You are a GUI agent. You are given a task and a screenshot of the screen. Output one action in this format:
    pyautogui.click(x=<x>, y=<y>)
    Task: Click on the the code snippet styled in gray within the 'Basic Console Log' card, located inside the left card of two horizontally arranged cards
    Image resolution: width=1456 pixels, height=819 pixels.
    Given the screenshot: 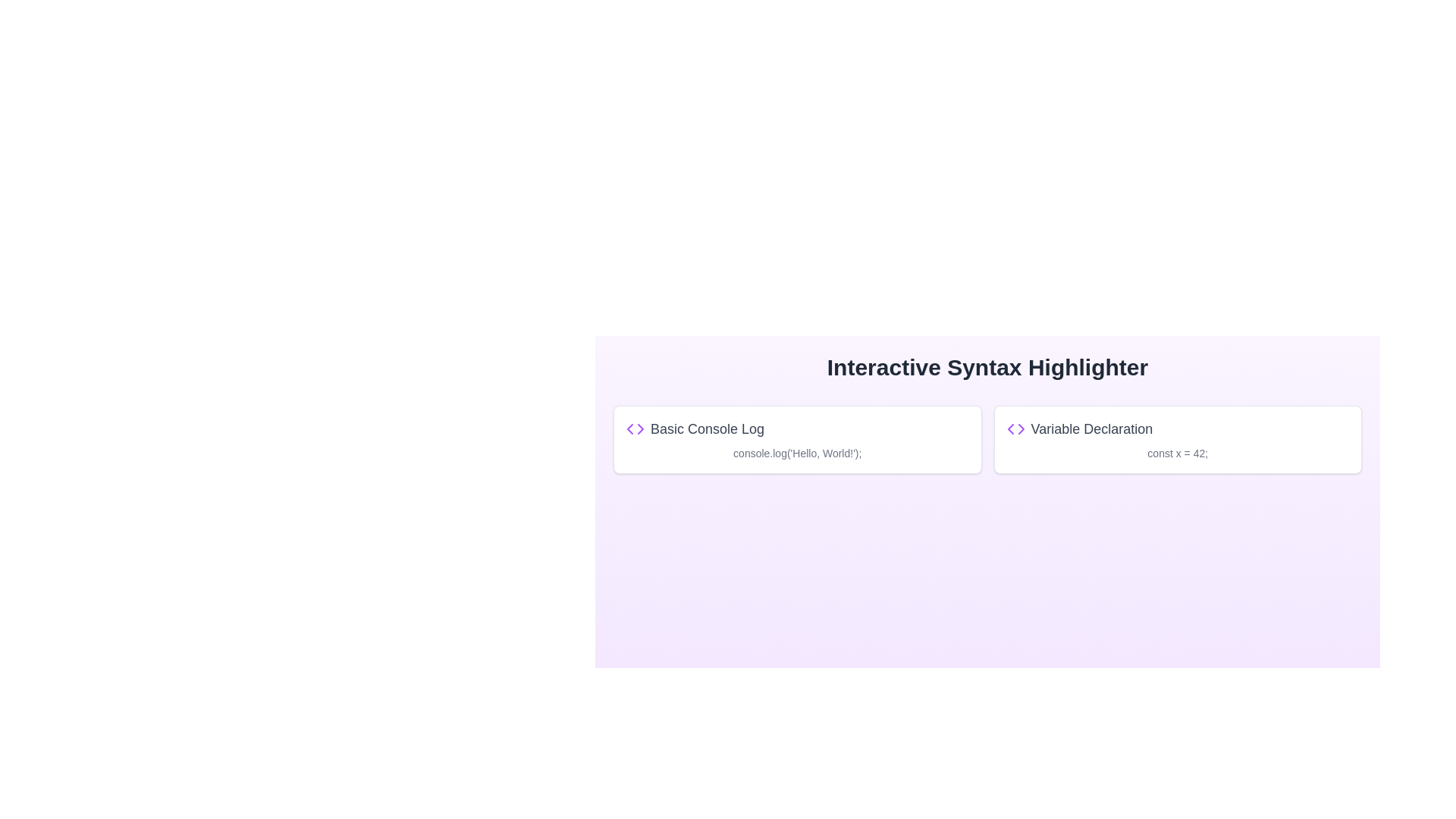 What is the action you would take?
    pyautogui.click(x=796, y=452)
    